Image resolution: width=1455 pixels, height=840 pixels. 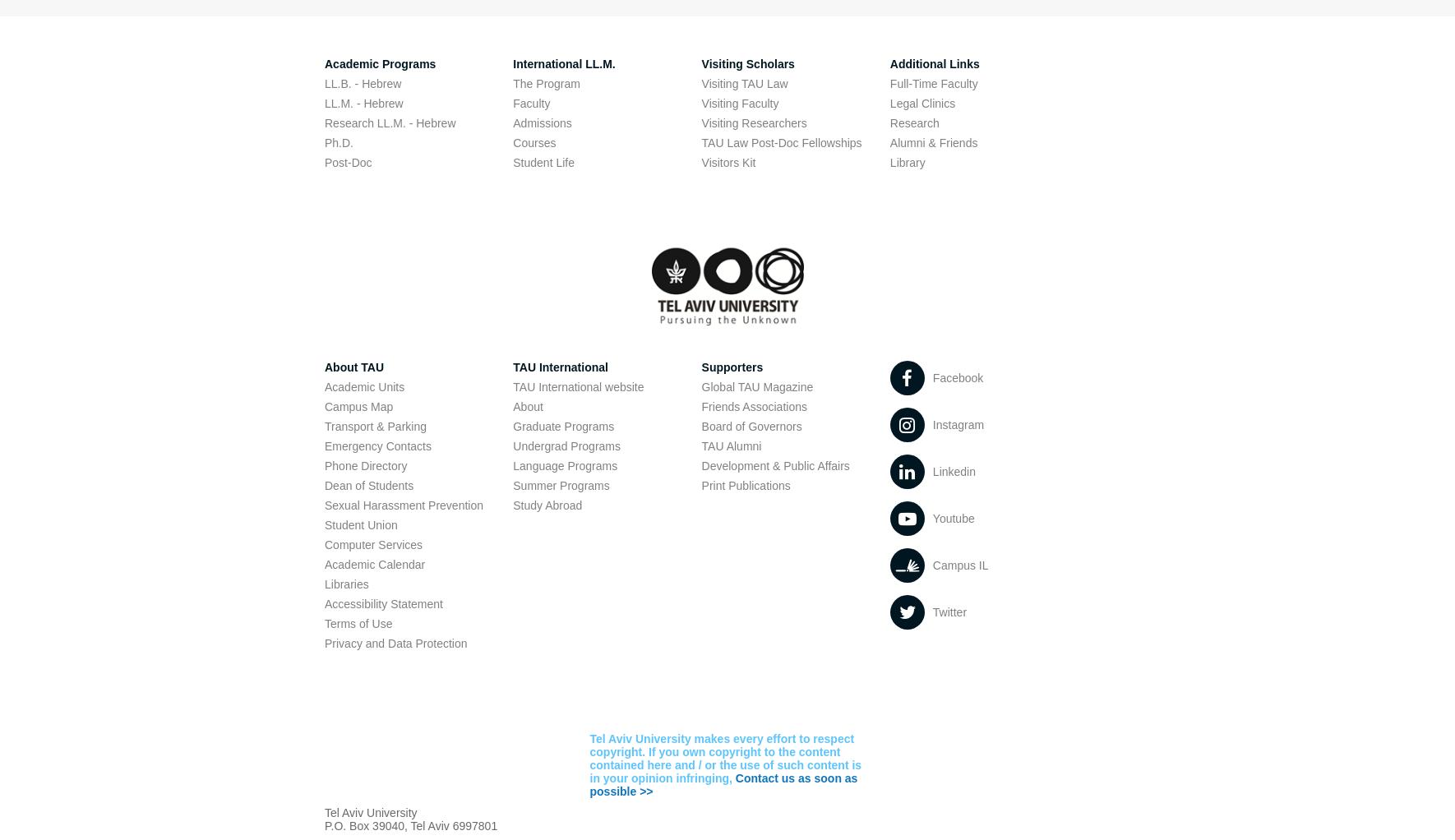 I want to click on 'Twitter', so click(x=949, y=612).